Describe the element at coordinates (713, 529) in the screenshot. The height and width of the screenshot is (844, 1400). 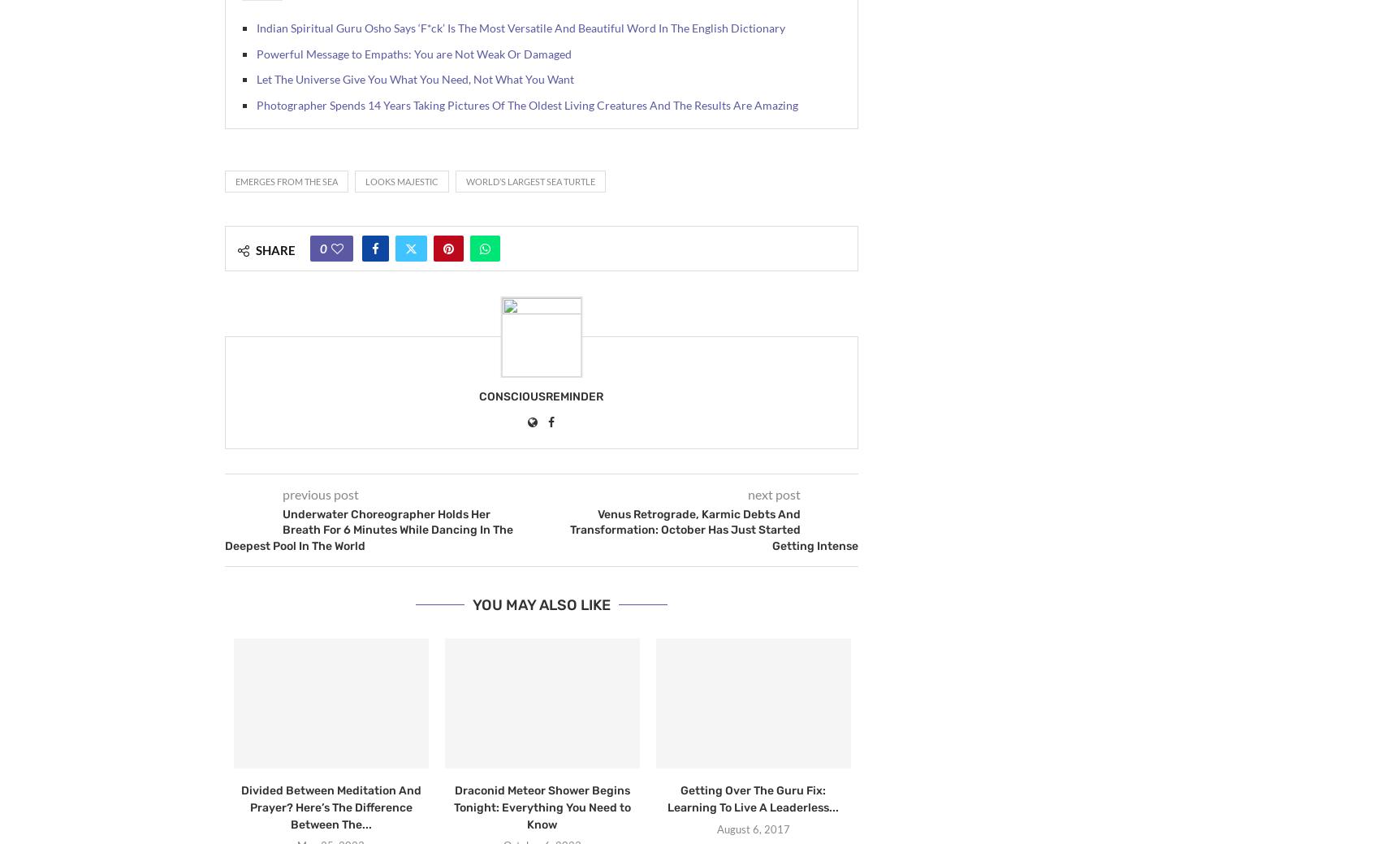
I see `'Venus Retrograde, Karmic Debts And Transformation: October Has Just Started Getting Intense'` at that location.